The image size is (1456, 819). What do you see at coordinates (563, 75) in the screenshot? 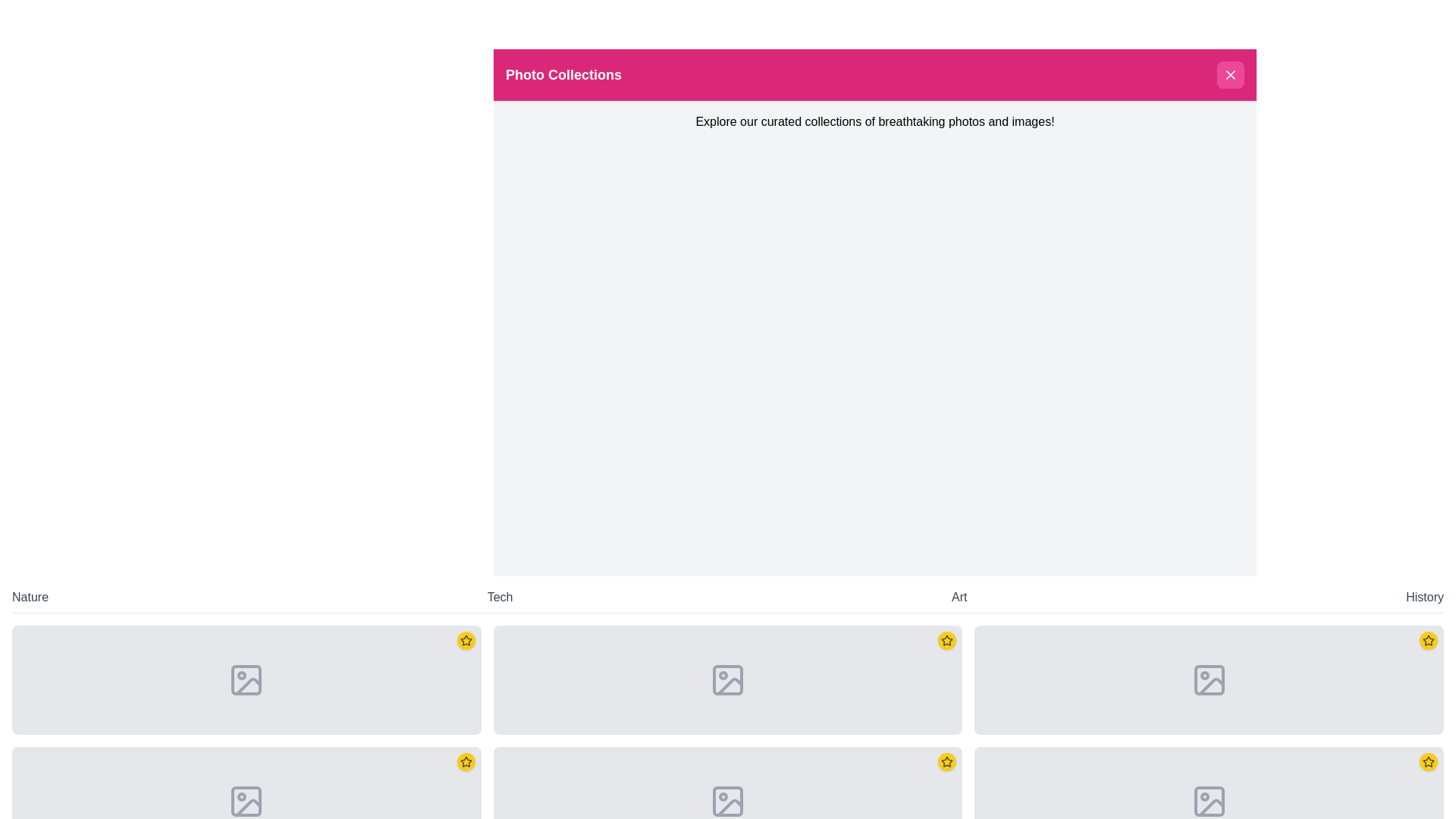
I see `the header text label element that introduces the content area labeled 'Photo Collections', located in the top left section of the pink header` at bounding box center [563, 75].